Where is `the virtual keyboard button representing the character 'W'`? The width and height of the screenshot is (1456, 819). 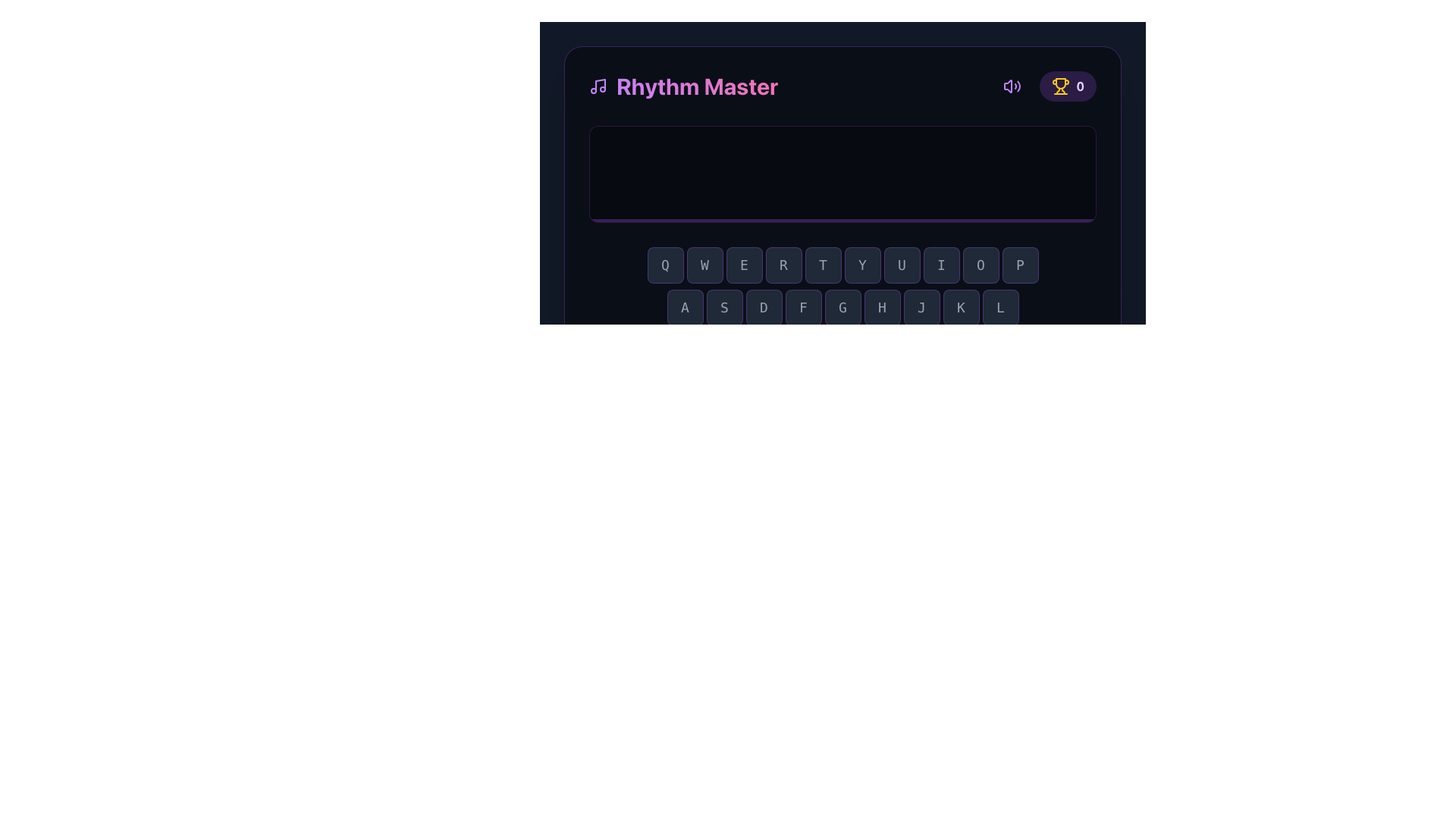
the virtual keyboard button representing the character 'W' is located at coordinates (704, 265).